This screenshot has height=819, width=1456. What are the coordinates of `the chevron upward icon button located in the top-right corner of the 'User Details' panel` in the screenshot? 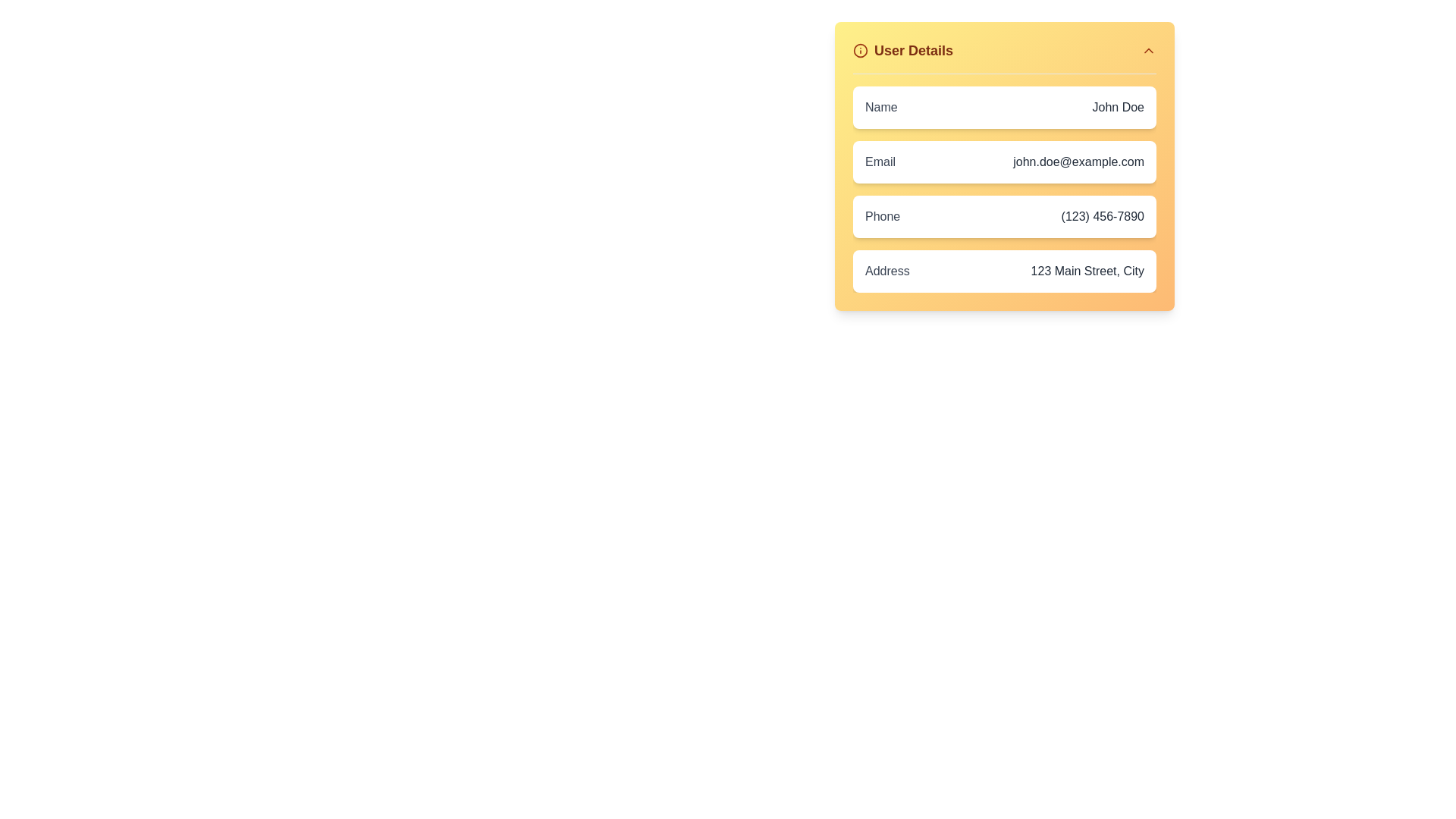 It's located at (1149, 49).